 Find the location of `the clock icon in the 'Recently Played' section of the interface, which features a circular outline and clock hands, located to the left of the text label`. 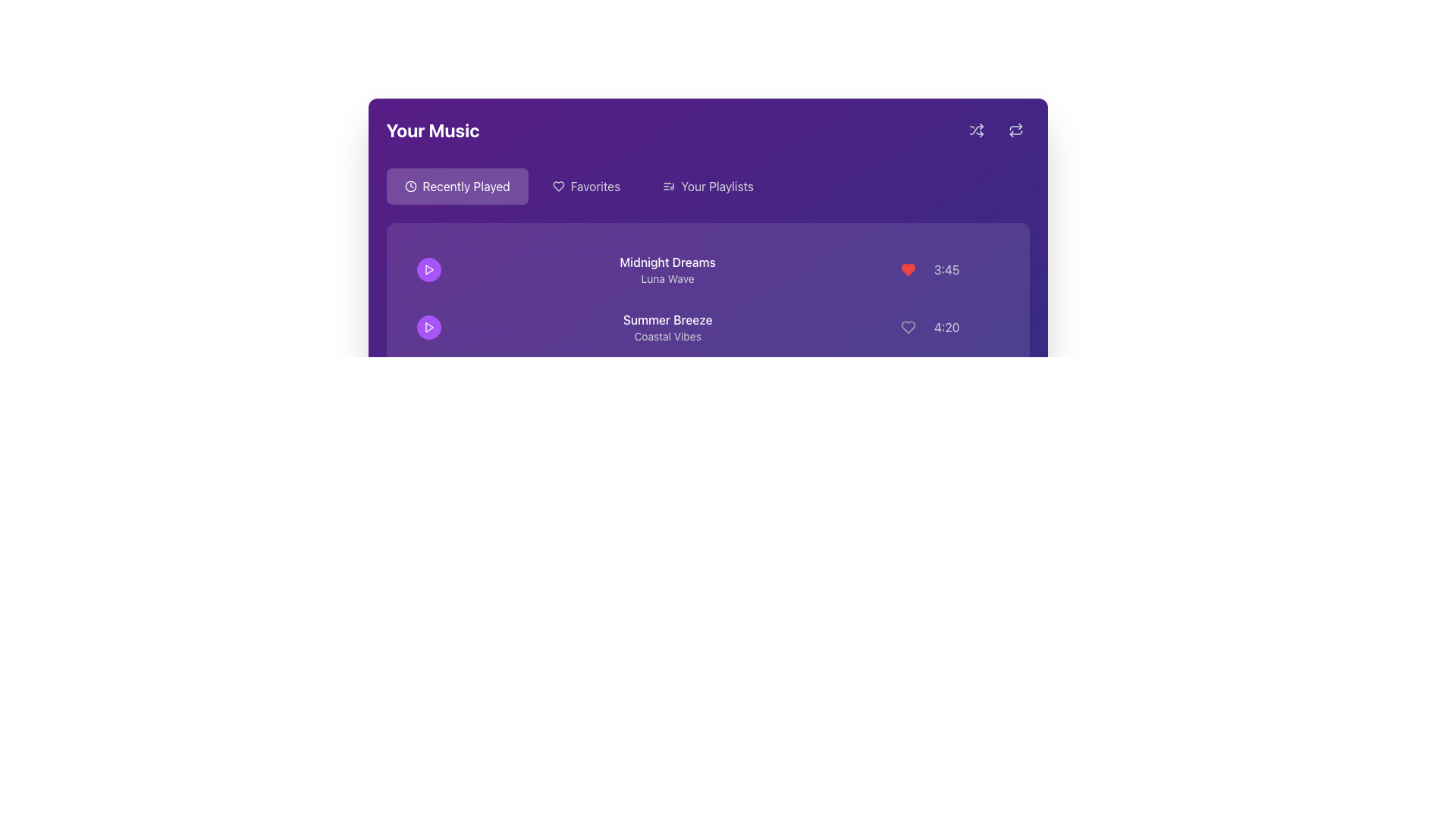

the clock icon in the 'Recently Played' section of the interface, which features a circular outline and clock hands, located to the left of the text label is located at coordinates (410, 186).